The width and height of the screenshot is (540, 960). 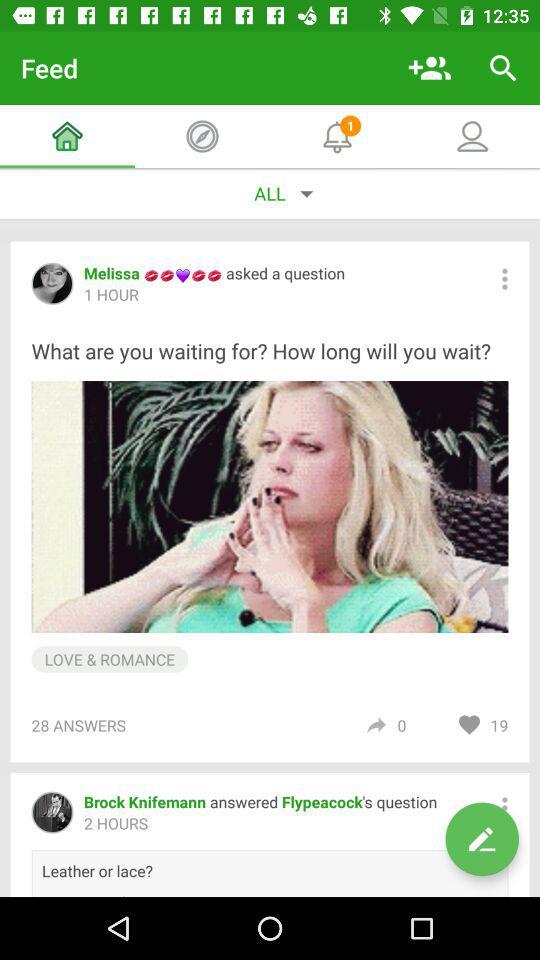 What do you see at coordinates (202, 135) in the screenshot?
I see `the icon which is beside the home` at bounding box center [202, 135].